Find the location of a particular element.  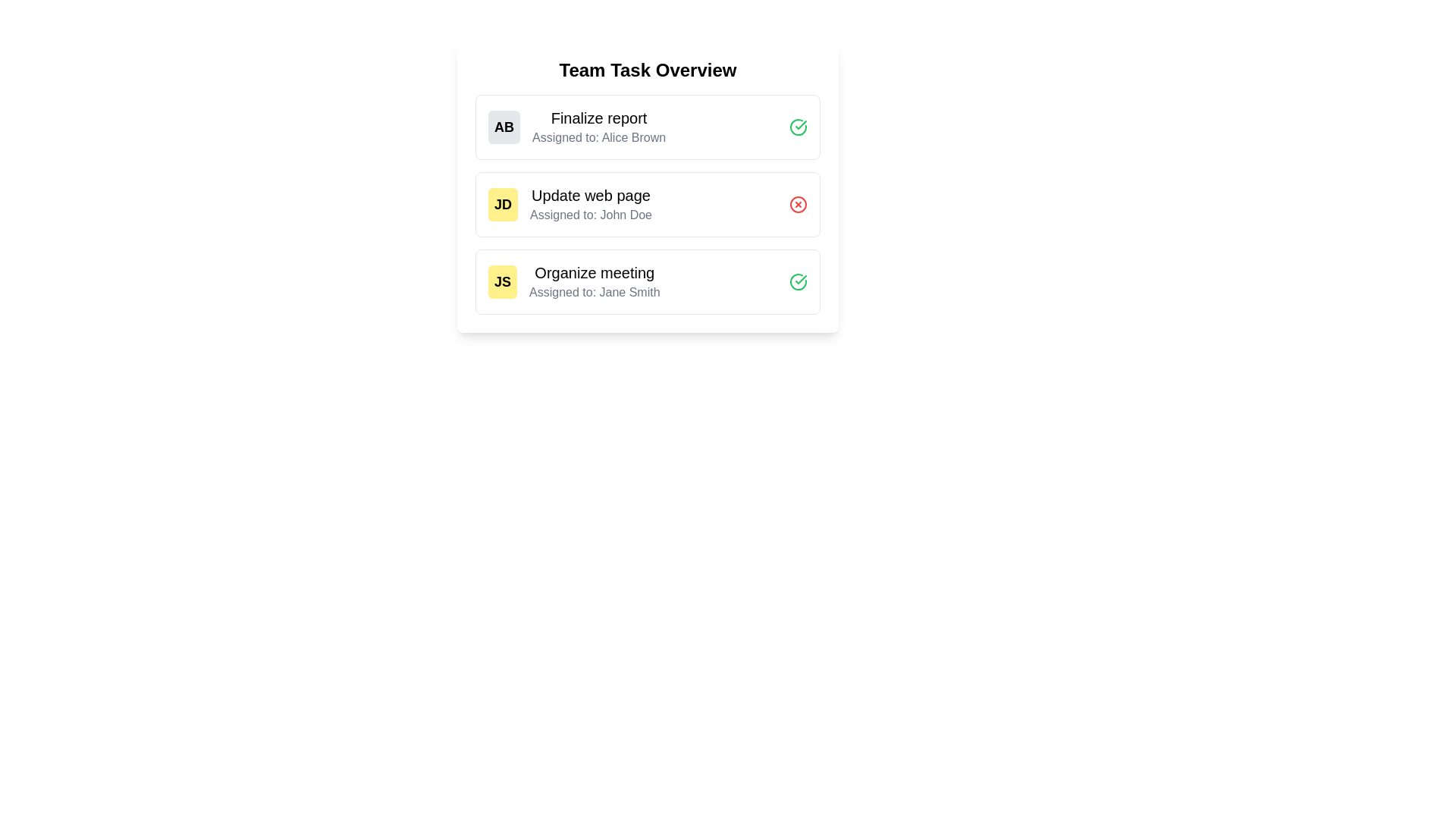

the text display block that provides task details in the 'Team Task Overview' panel is located at coordinates (598, 127).